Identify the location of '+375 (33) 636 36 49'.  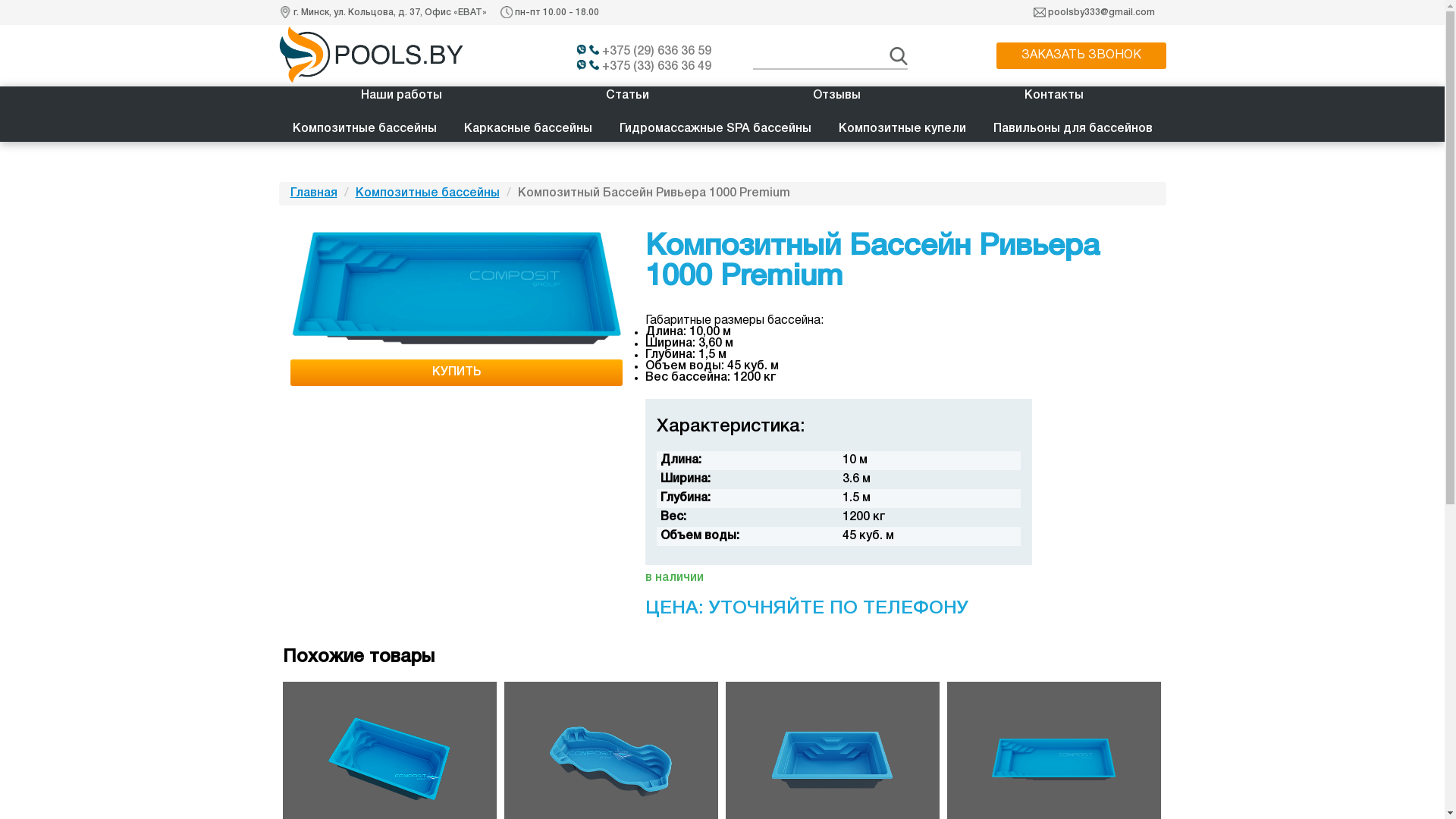
(649, 66).